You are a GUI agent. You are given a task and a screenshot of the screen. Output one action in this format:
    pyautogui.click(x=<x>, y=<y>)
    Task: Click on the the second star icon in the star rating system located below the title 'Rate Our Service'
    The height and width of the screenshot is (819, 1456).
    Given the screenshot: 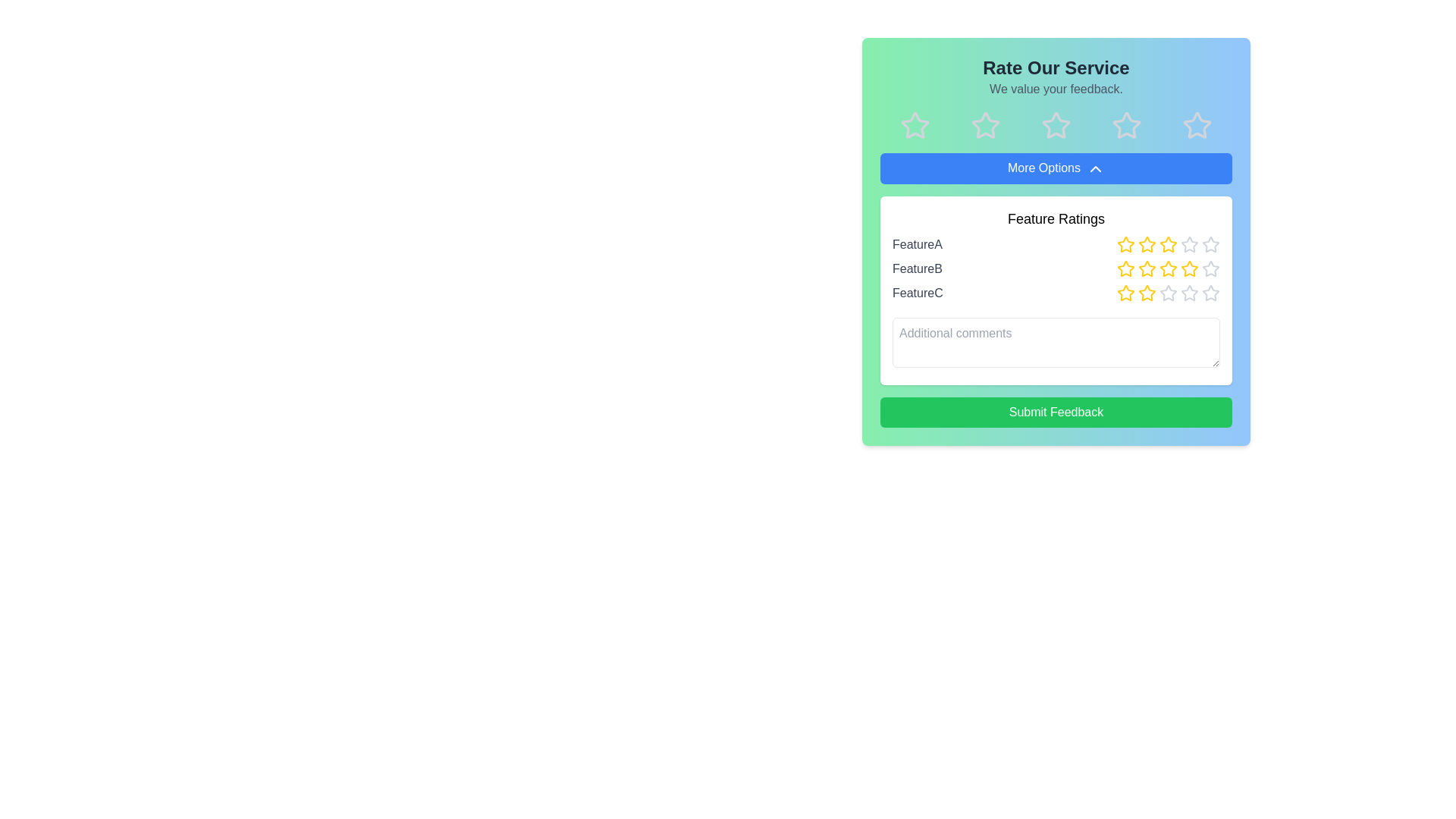 What is the action you would take?
    pyautogui.click(x=986, y=124)
    